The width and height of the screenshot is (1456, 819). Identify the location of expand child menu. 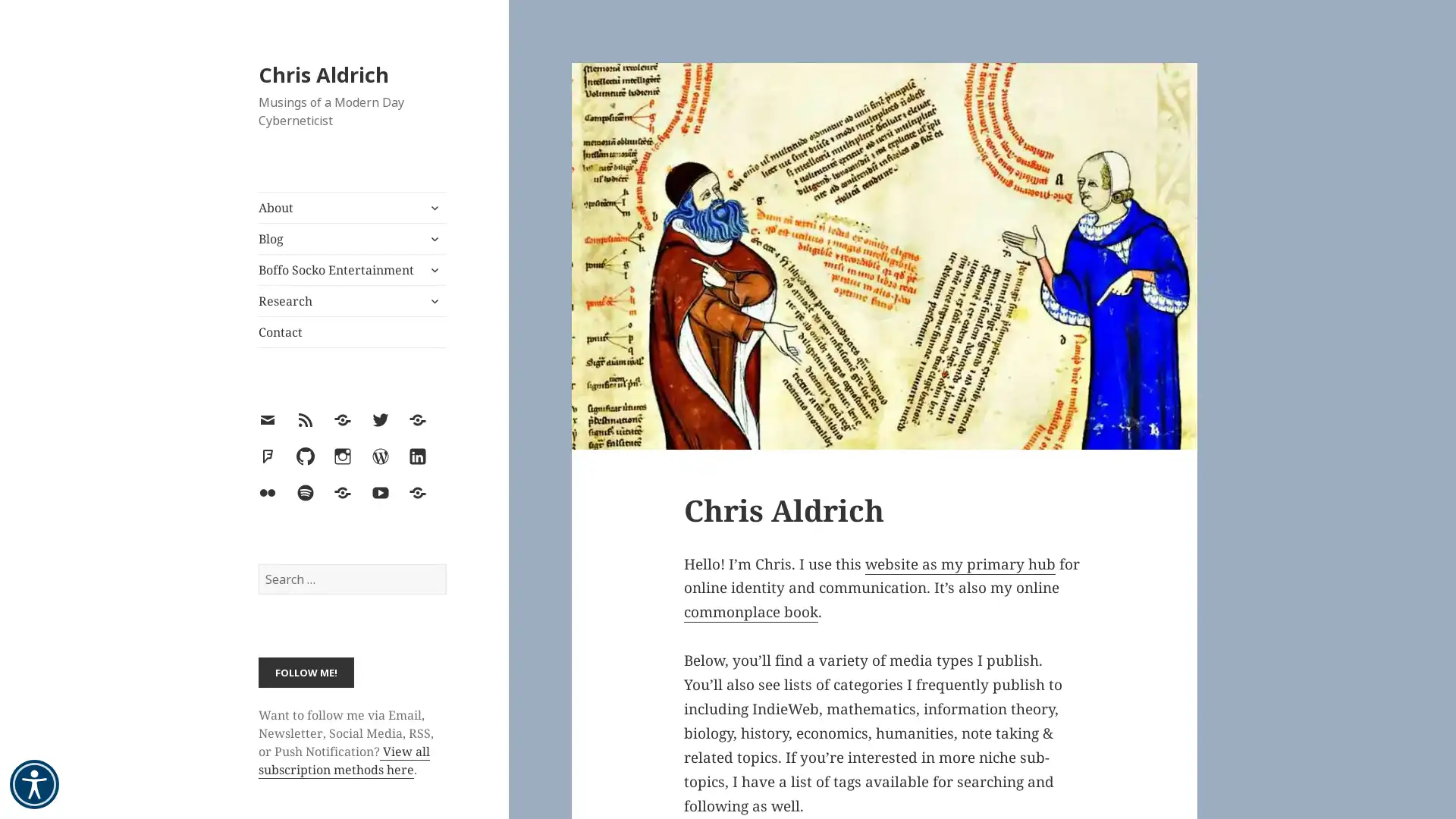
(432, 239).